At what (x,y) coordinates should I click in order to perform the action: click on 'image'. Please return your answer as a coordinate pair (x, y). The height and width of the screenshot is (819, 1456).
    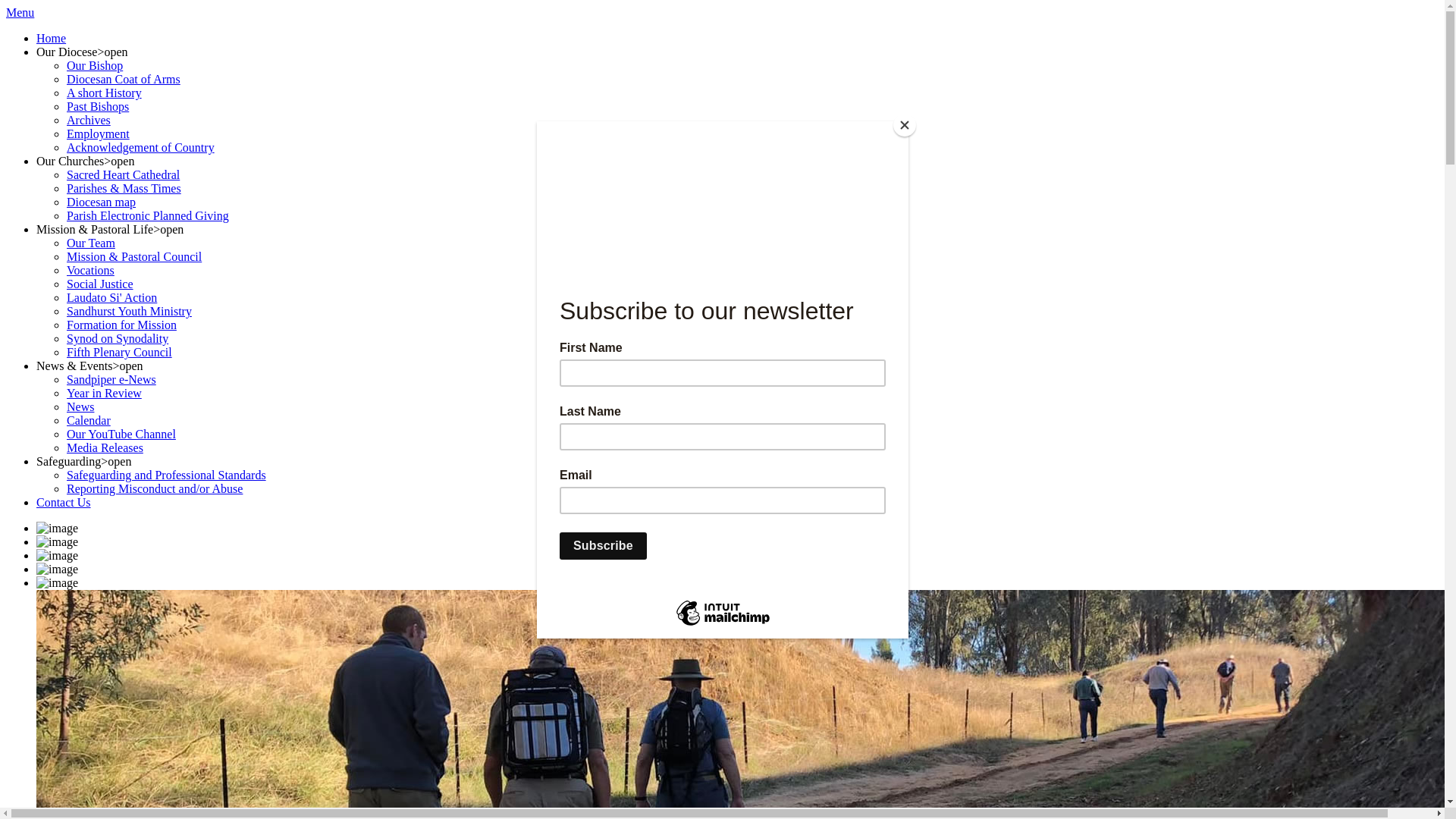
    Looking at the image, I should click on (57, 582).